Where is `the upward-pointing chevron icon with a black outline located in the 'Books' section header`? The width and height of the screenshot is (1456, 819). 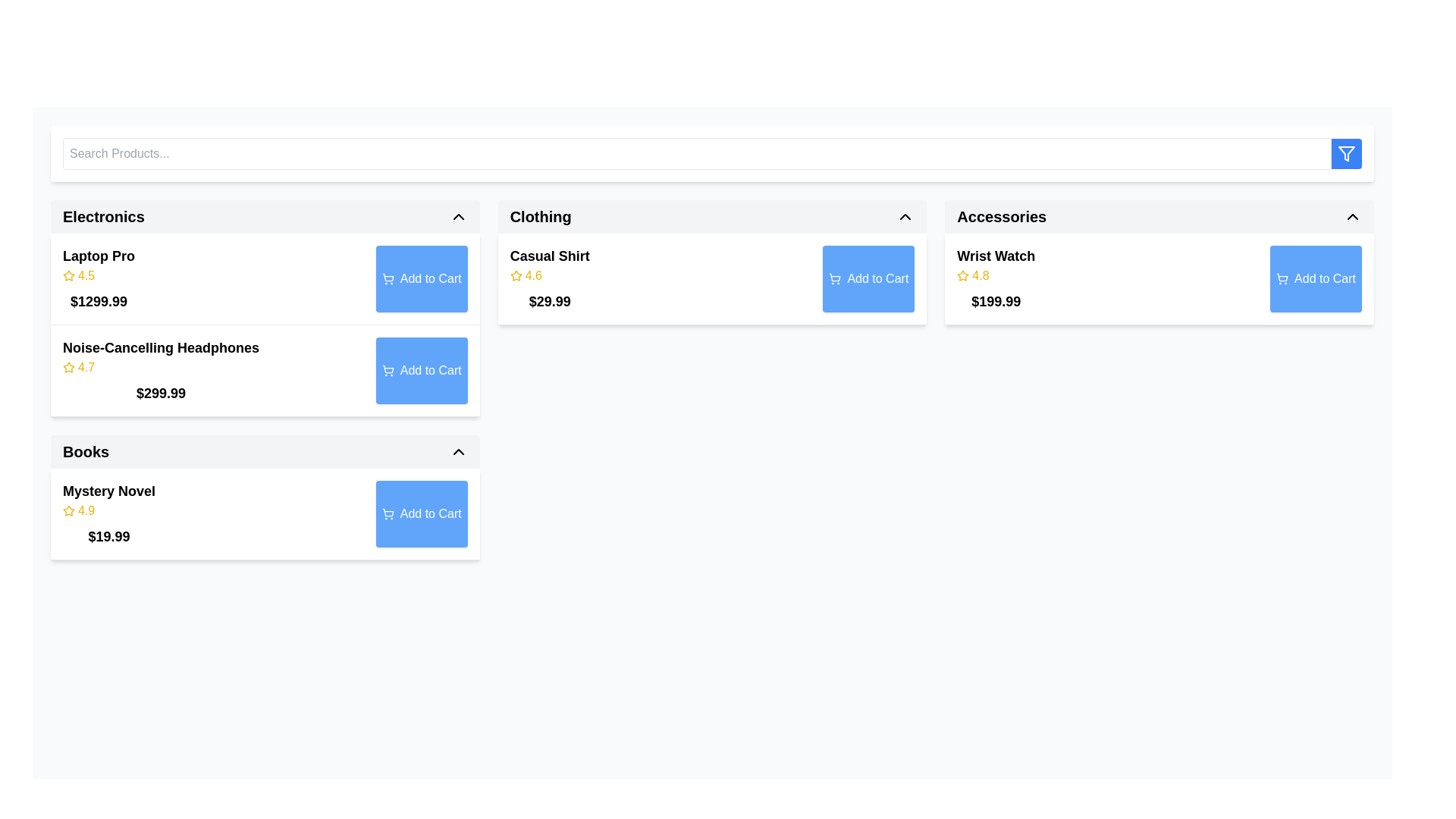 the upward-pointing chevron icon with a black outline located in the 'Books' section header is located at coordinates (457, 451).